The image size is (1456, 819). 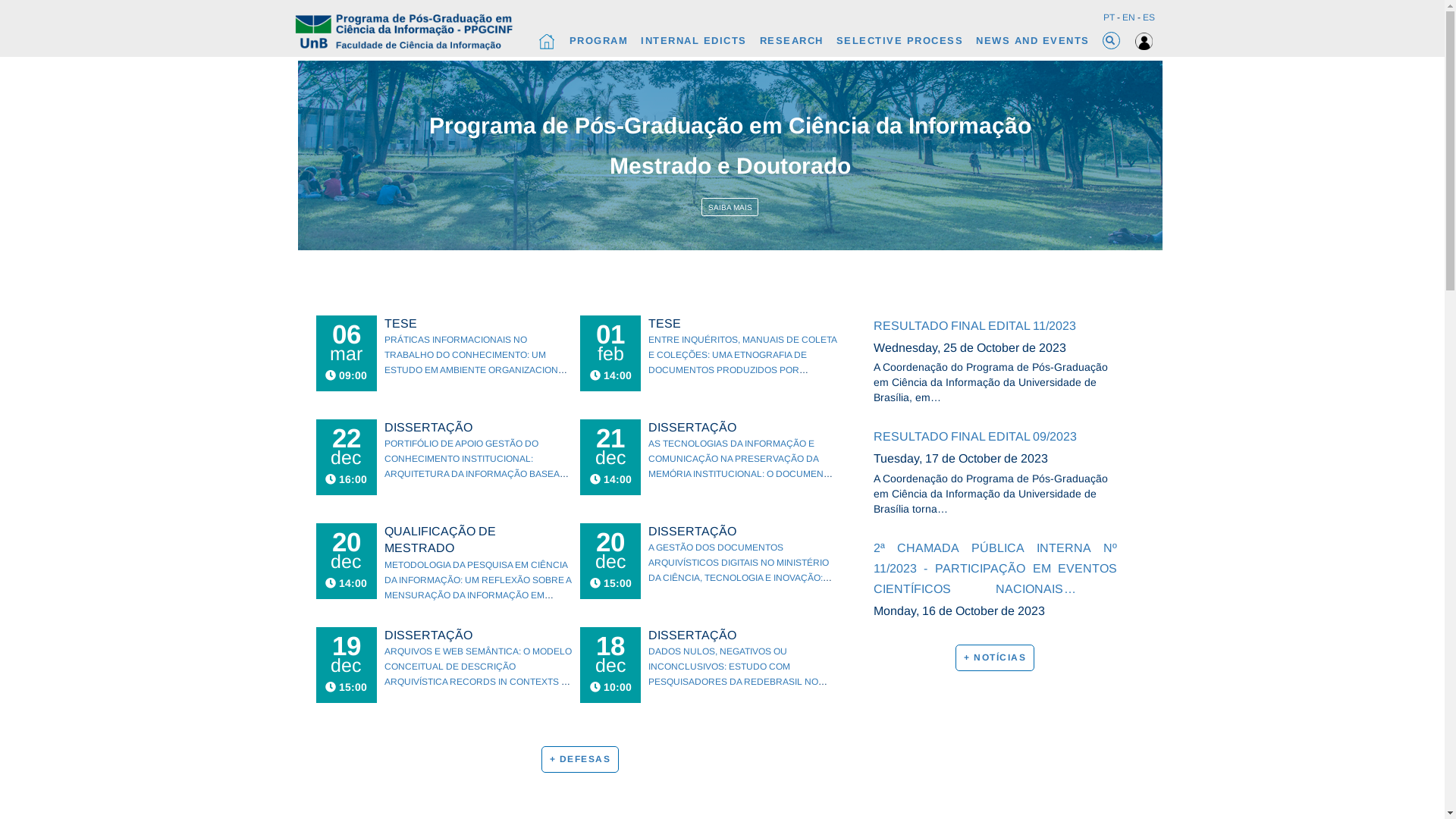 What do you see at coordinates (597, 39) in the screenshot?
I see `'PROGRAM'` at bounding box center [597, 39].